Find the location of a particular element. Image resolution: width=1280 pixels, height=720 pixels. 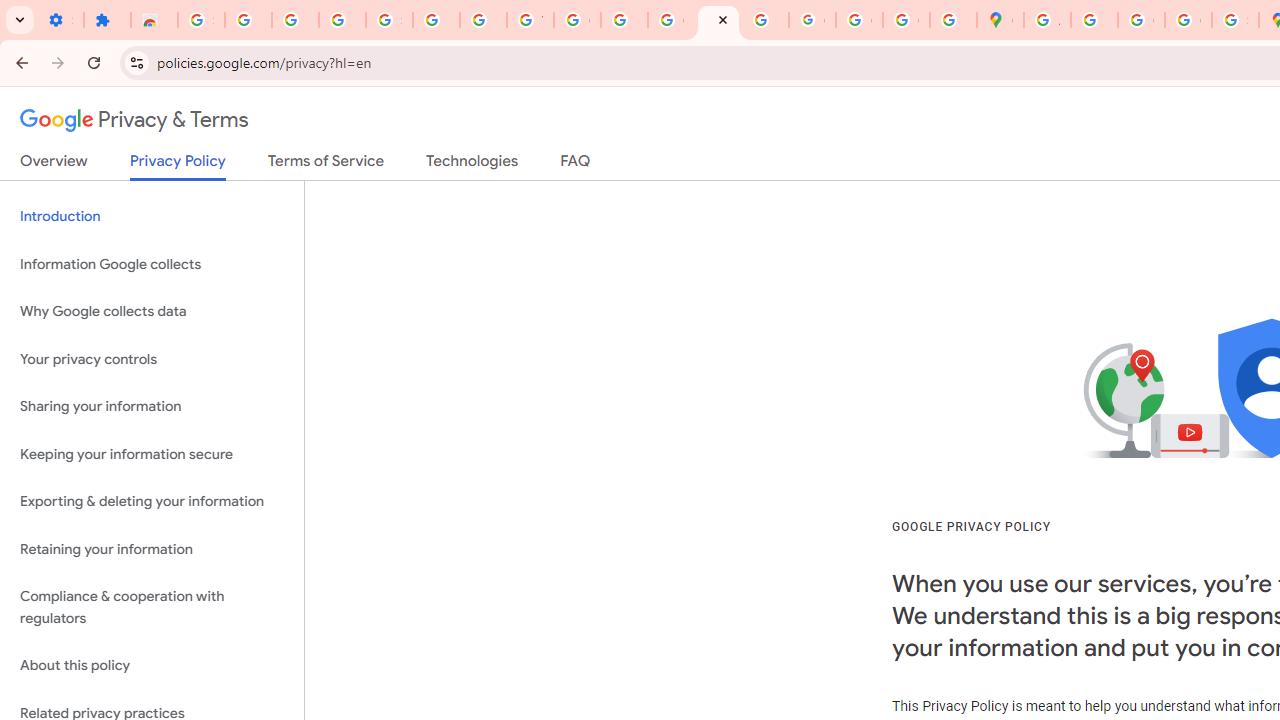

'Your privacy controls' is located at coordinates (151, 358).